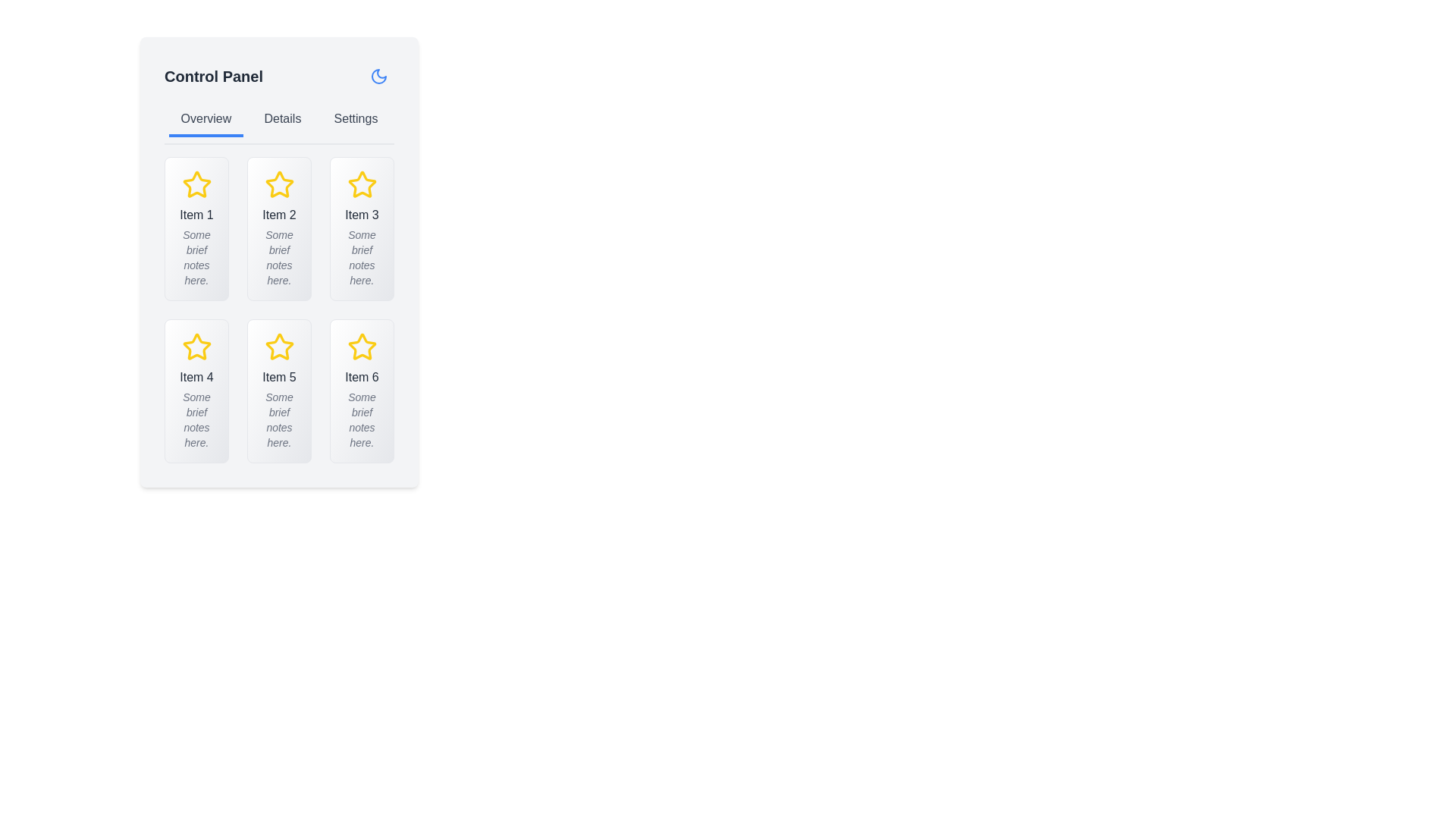 The image size is (1456, 819). What do you see at coordinates (378, 76) in the screenshot?
I see `the moon-like Icon button located in the upper-right corner of the Control Panel section, which toggles light/dark mode` at bounding box center [378, 76].